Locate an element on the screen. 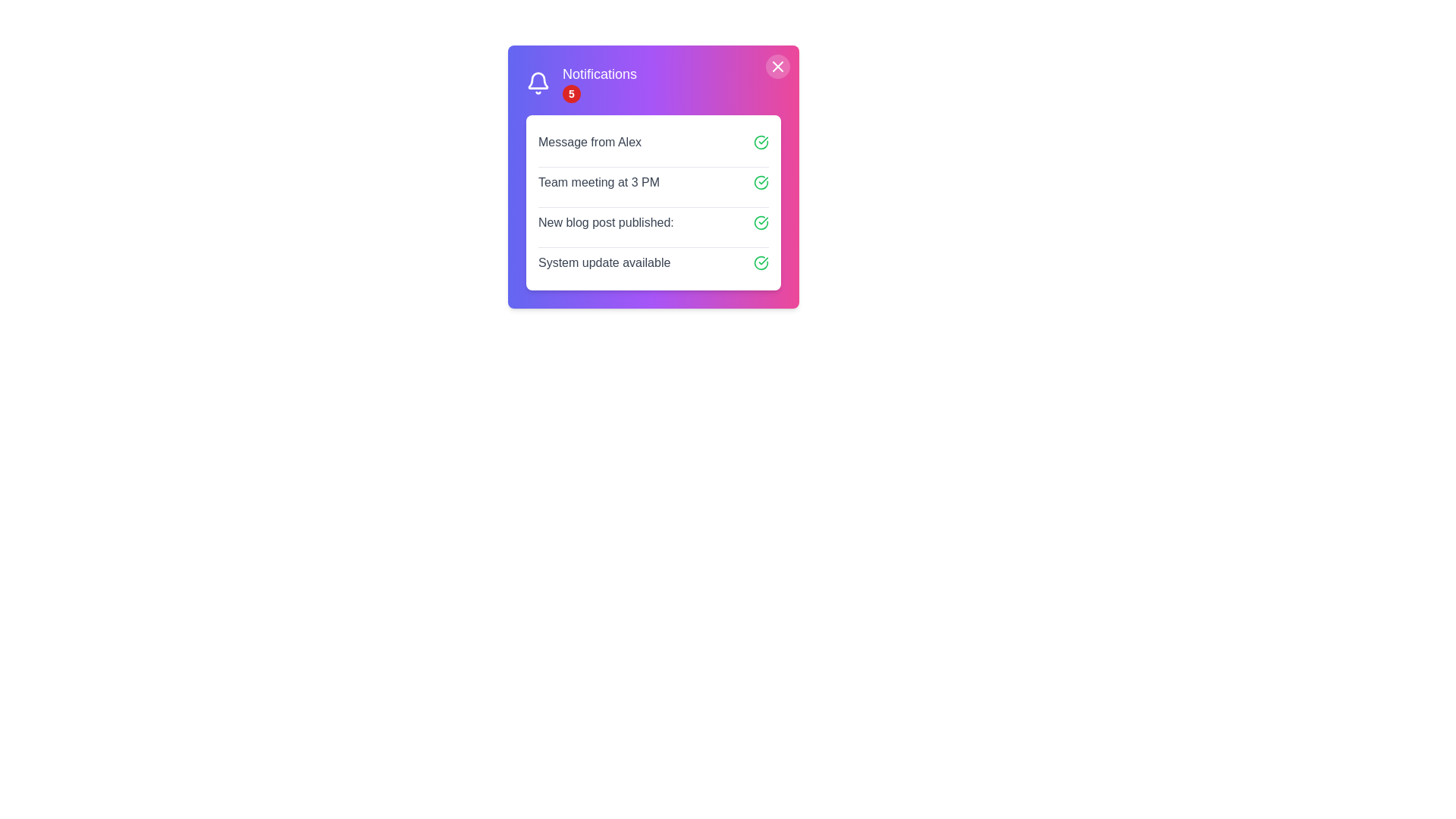  the text label displaying 'Message from Alex' in the notification panel is located at coordinates (588, 143).